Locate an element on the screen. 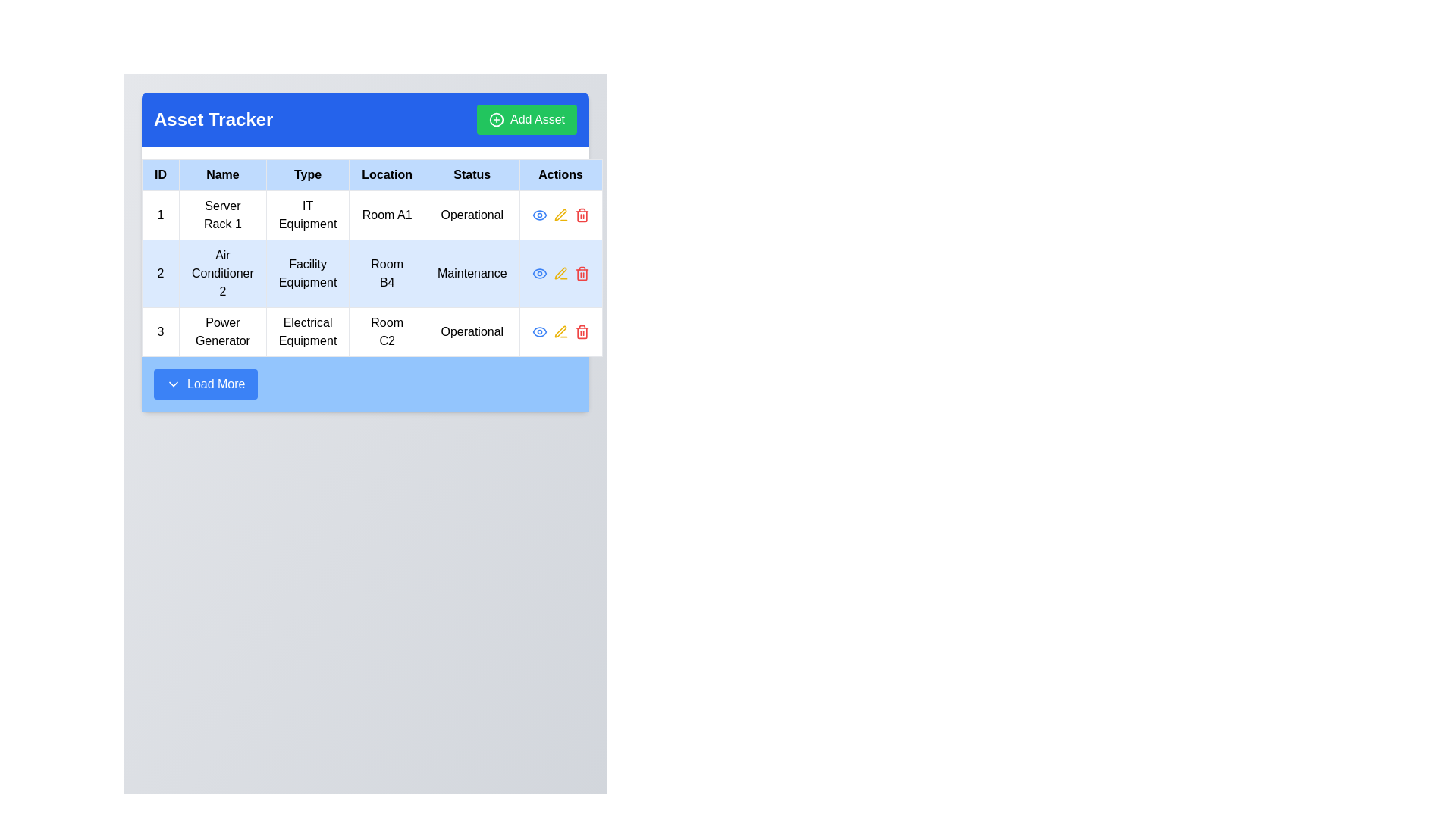 The image size is (1456, 819). the table cell containing the text '1' is located at coordinates (160, 215).